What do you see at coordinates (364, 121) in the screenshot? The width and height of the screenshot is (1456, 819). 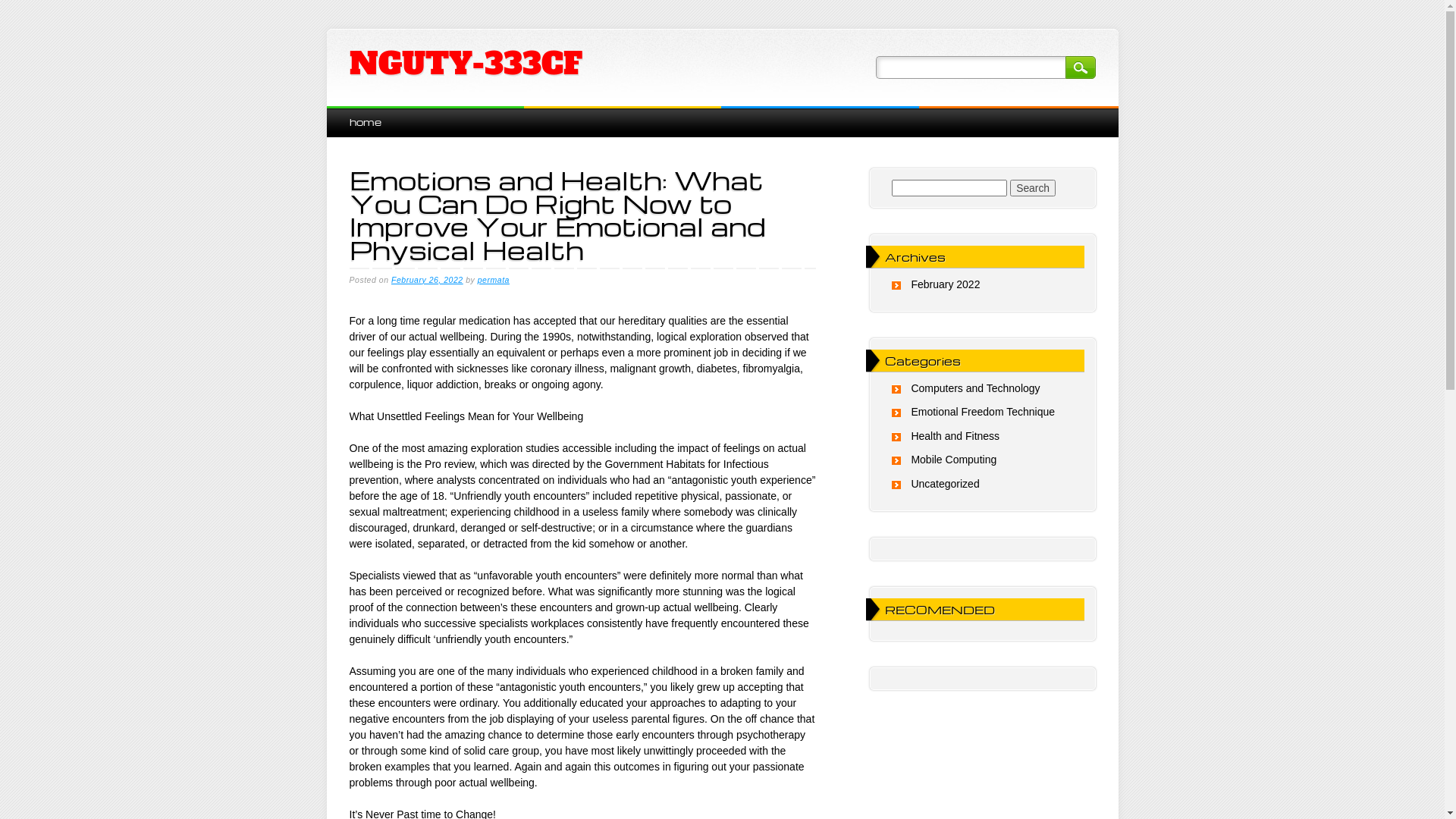 I see `'home'` at bounding box center [364, 121].